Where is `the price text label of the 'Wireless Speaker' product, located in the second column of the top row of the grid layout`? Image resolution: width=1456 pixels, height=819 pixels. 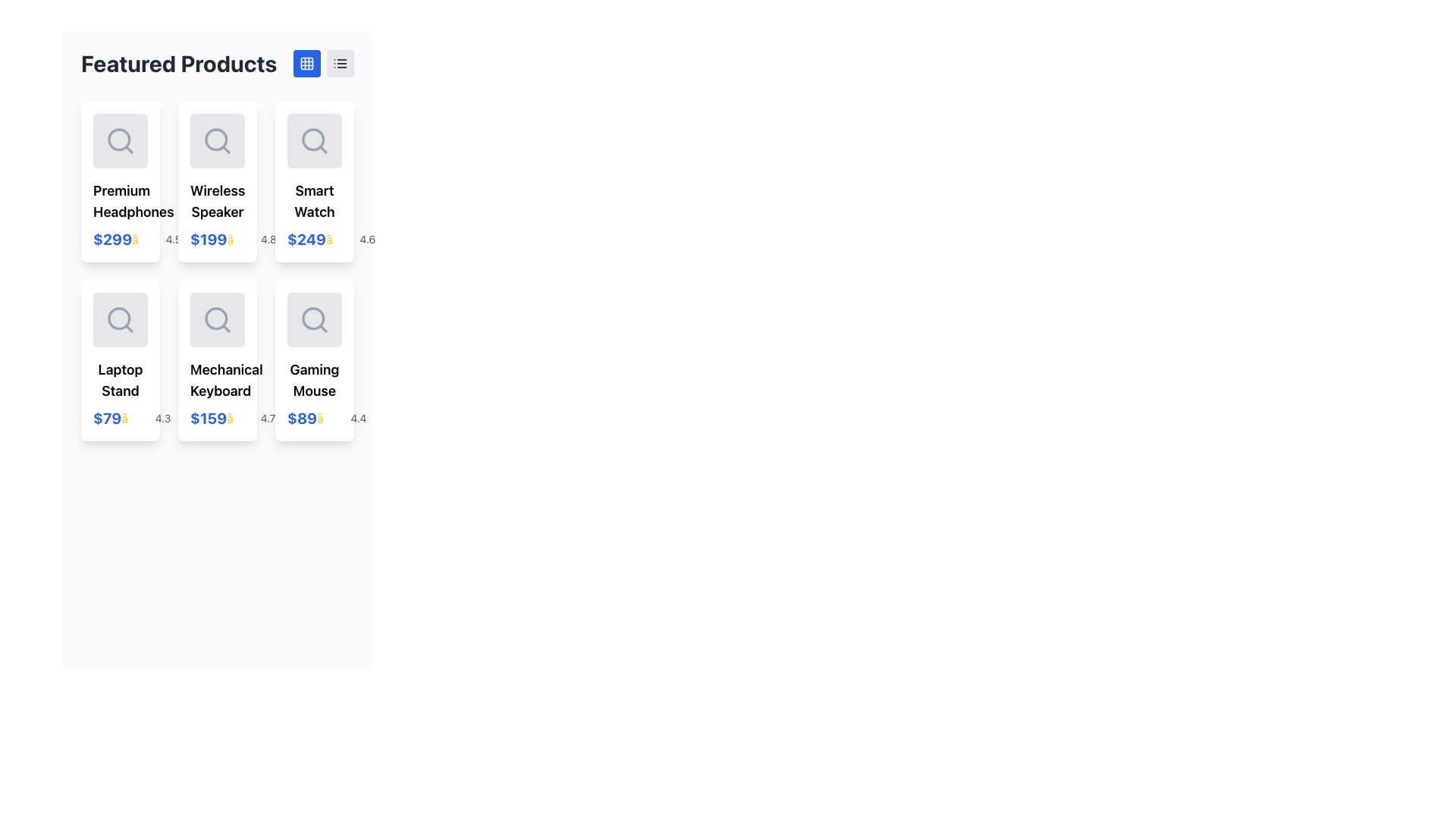
the price text label of the 'Wireless Speaker' product, located in the second column of the top row of the grid layout is located at coordinates (208, 239).